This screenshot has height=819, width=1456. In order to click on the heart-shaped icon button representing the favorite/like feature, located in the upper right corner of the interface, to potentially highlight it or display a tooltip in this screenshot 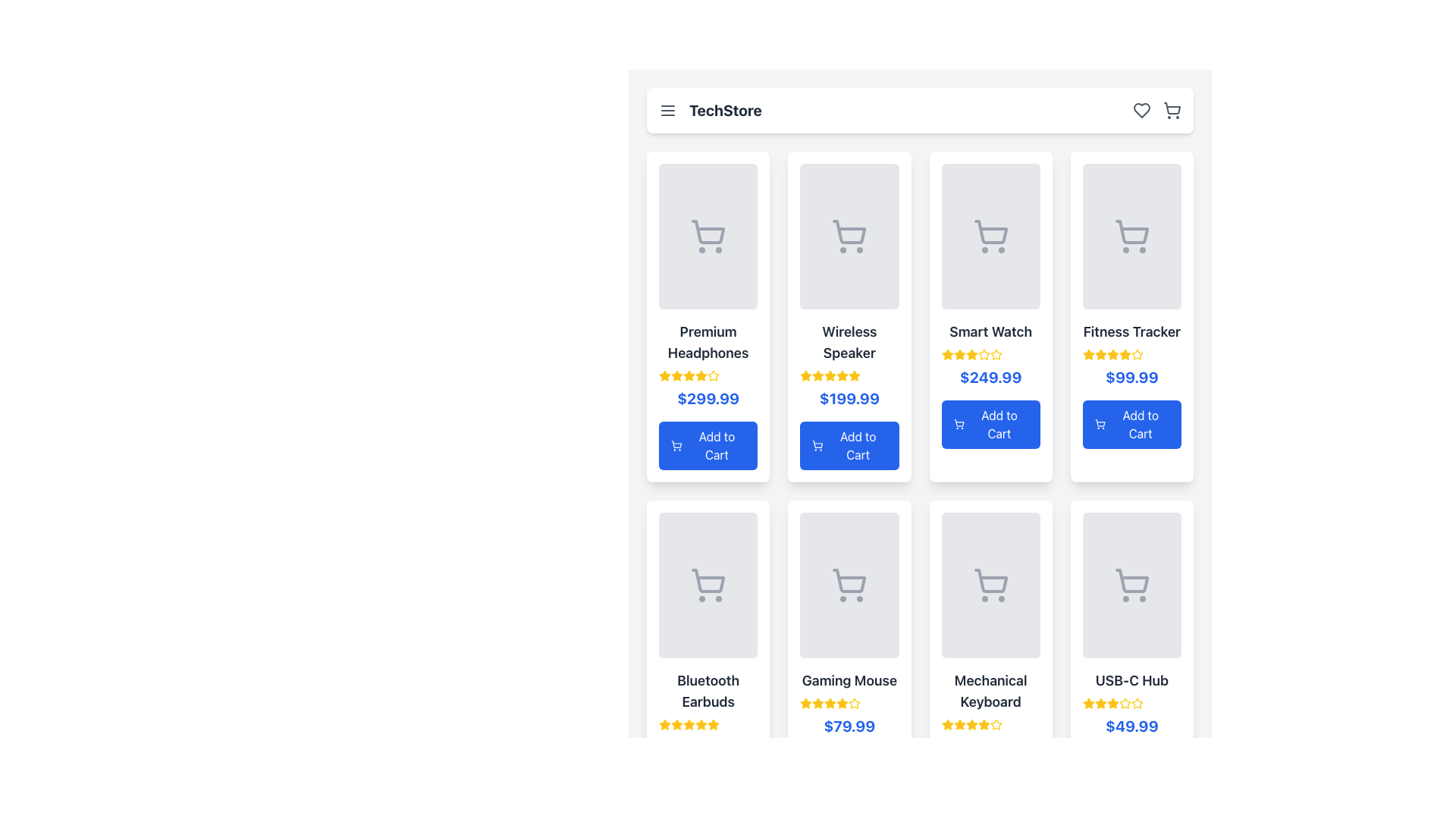, I will do `click(1142, 110)`.